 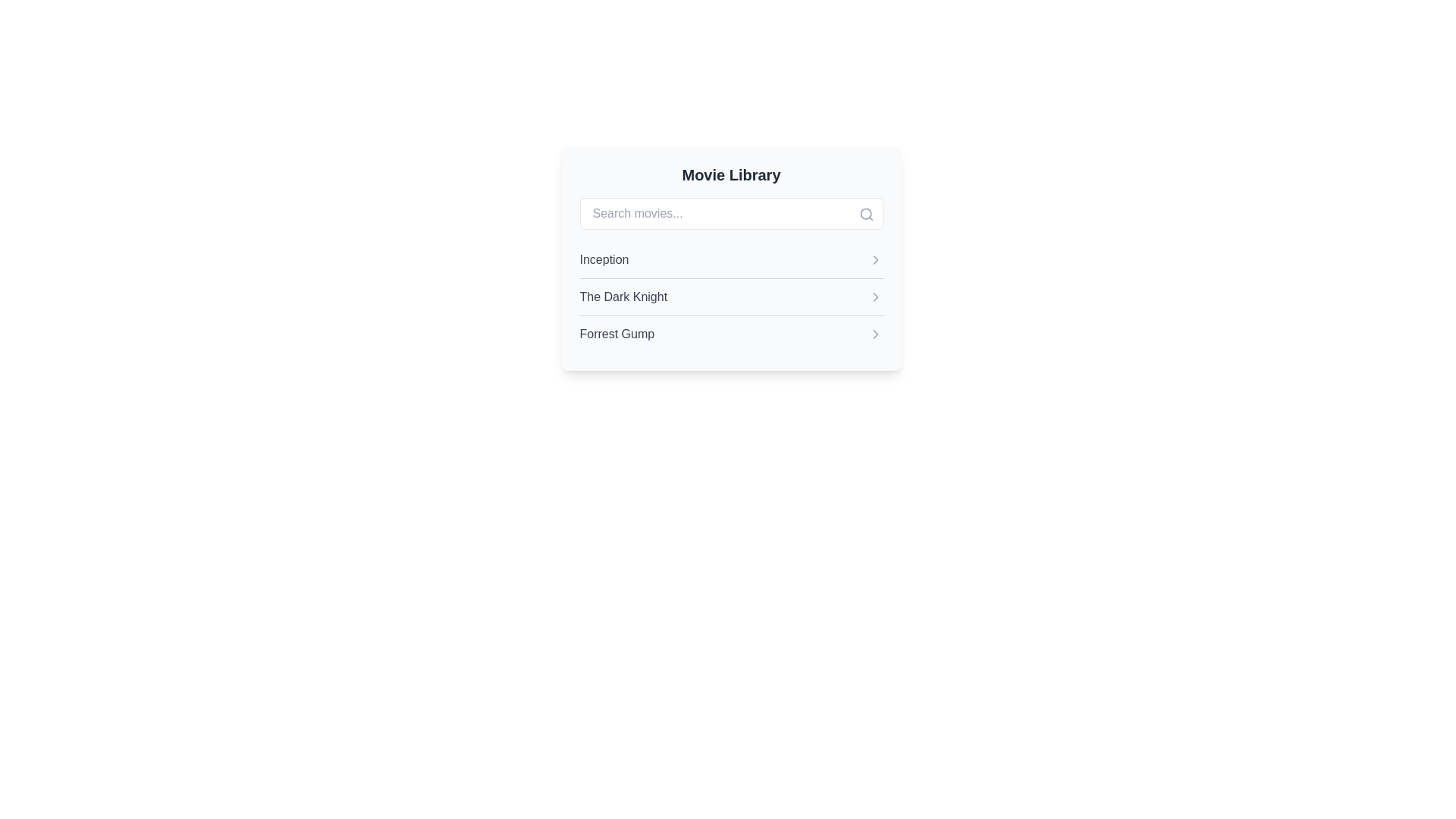 I want to click on the small gray arrow icon pointing to the right, located at the far right side of the 'Inception' row, so click(x=875, y=259).